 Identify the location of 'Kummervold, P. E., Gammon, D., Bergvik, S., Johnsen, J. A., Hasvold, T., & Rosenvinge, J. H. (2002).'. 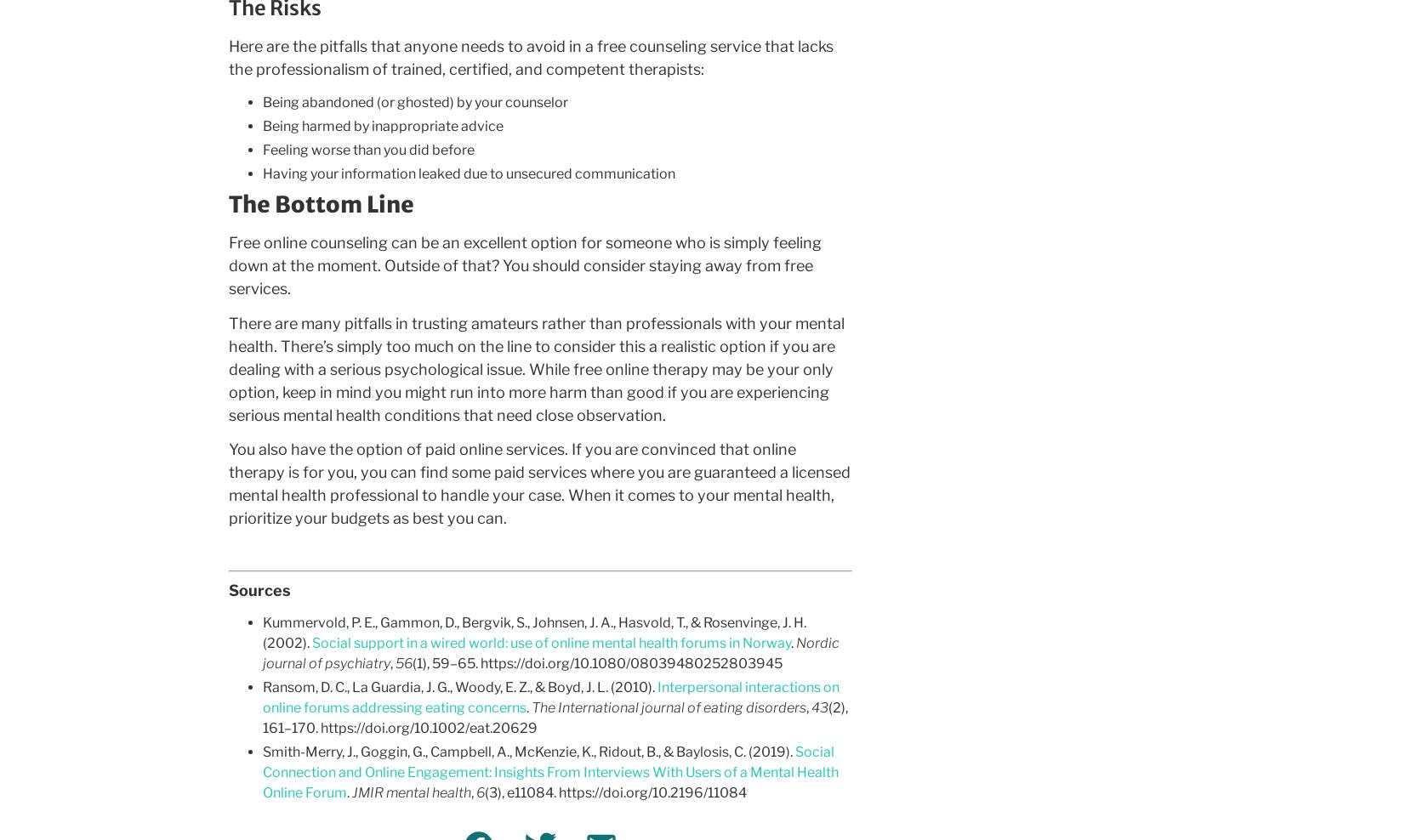
(532, 632).